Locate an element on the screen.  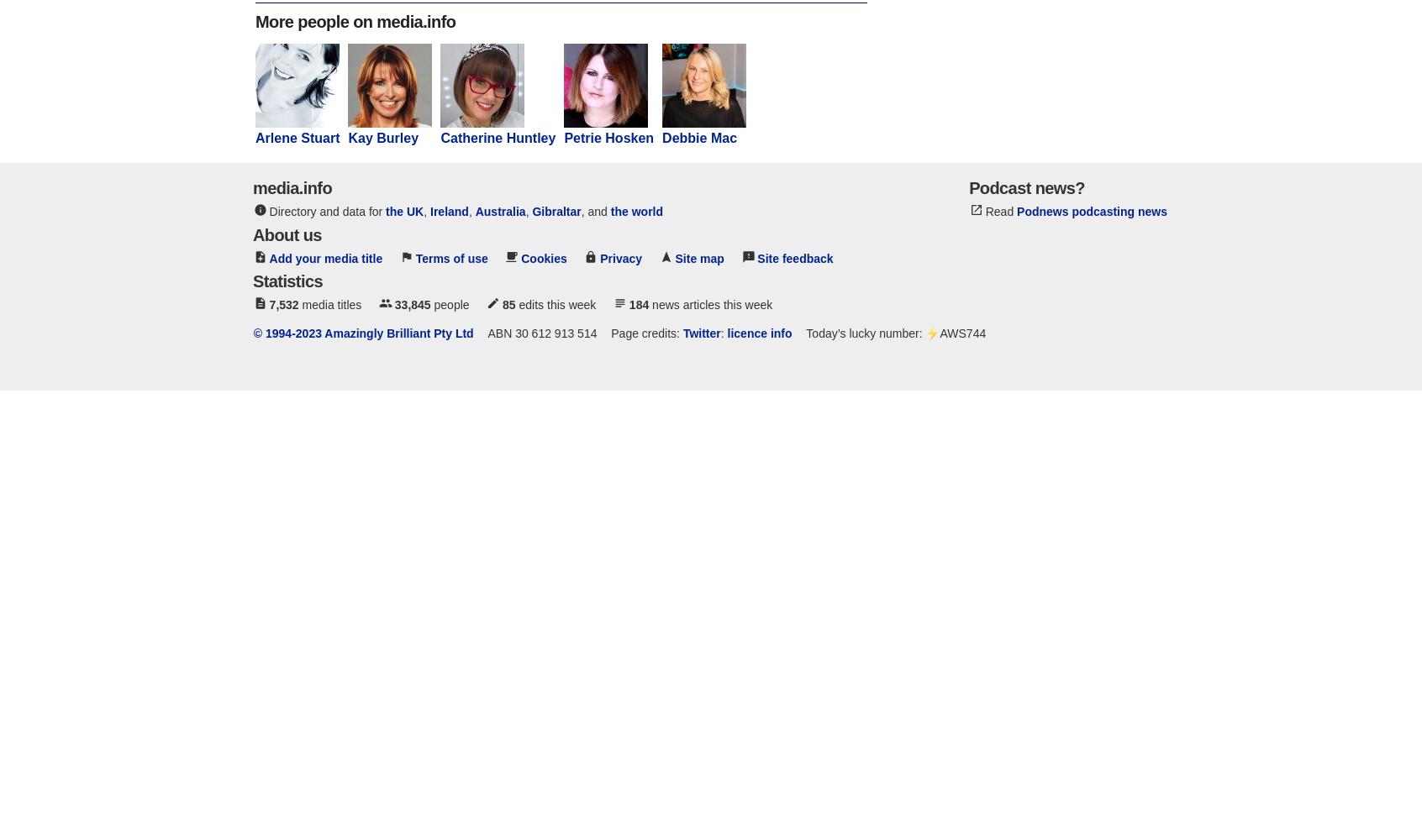
'85' is located at coordinates (508, 304).